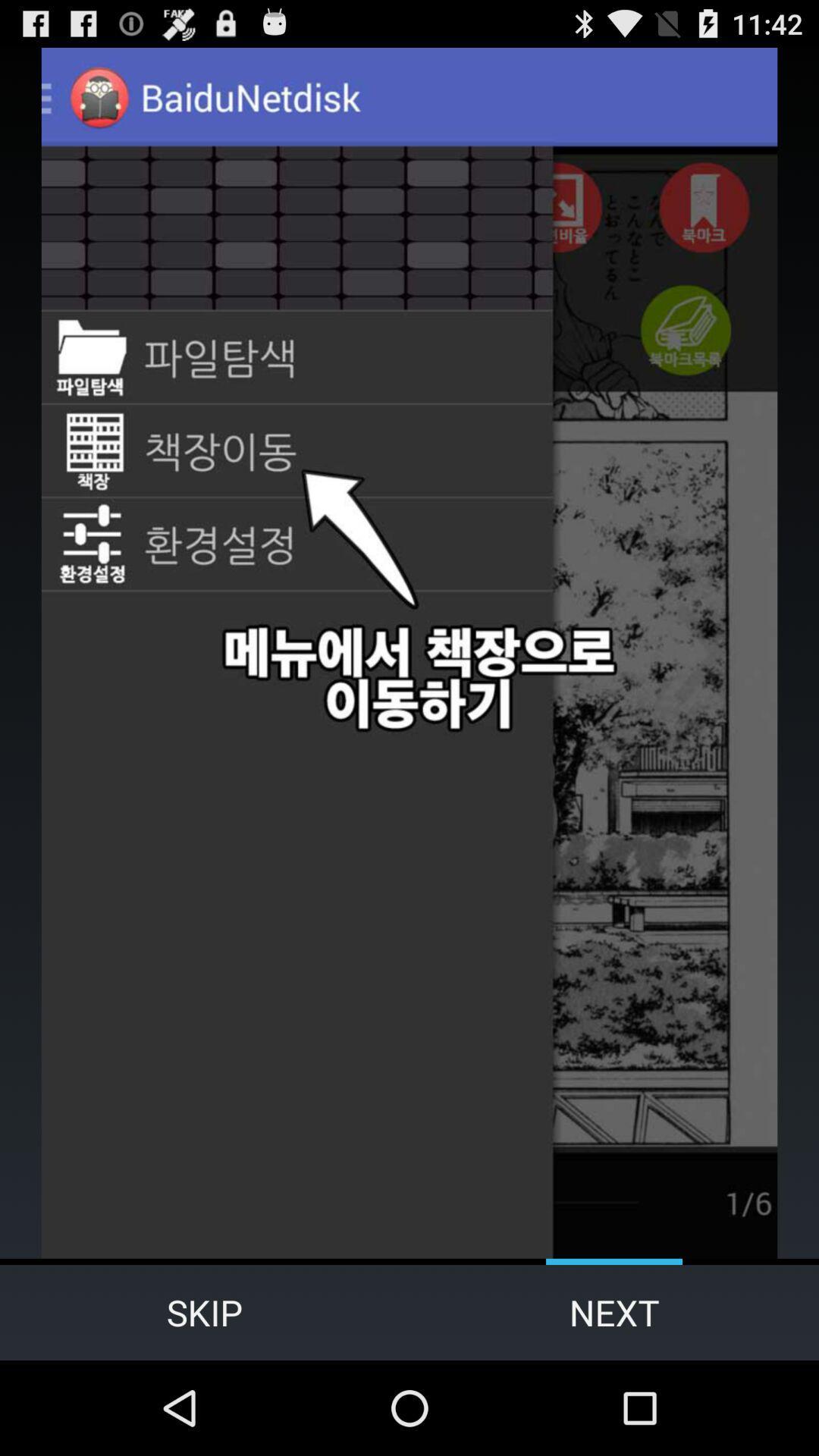 The height and width of the screenshot is (1456, 819). What do you see at coordinates (614, 1312) in the screenshot?
I see `next button` at bounding box center [614, 1312].